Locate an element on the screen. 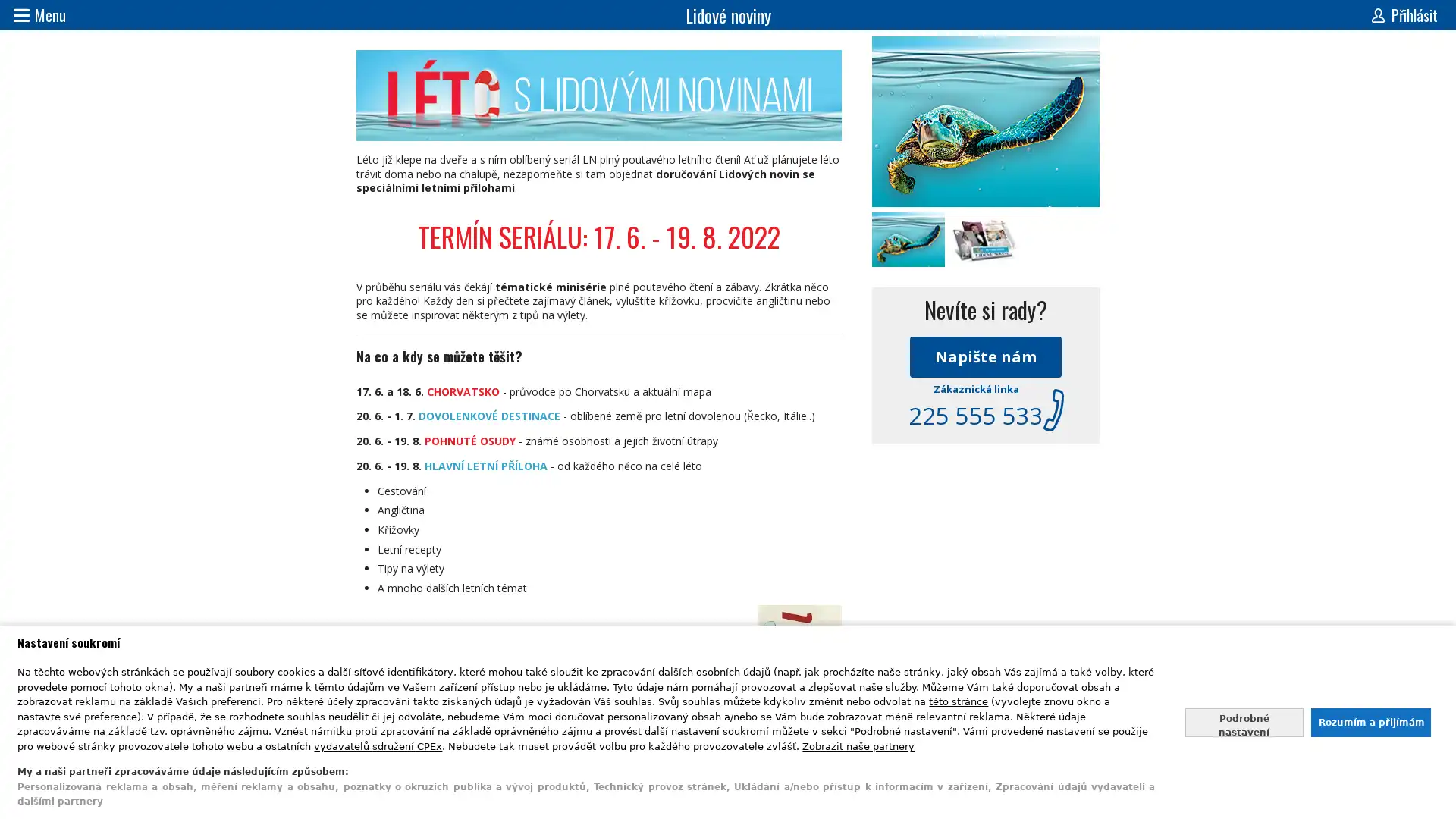  Zobrazit nase partnery is located at coordinates (858, 745).